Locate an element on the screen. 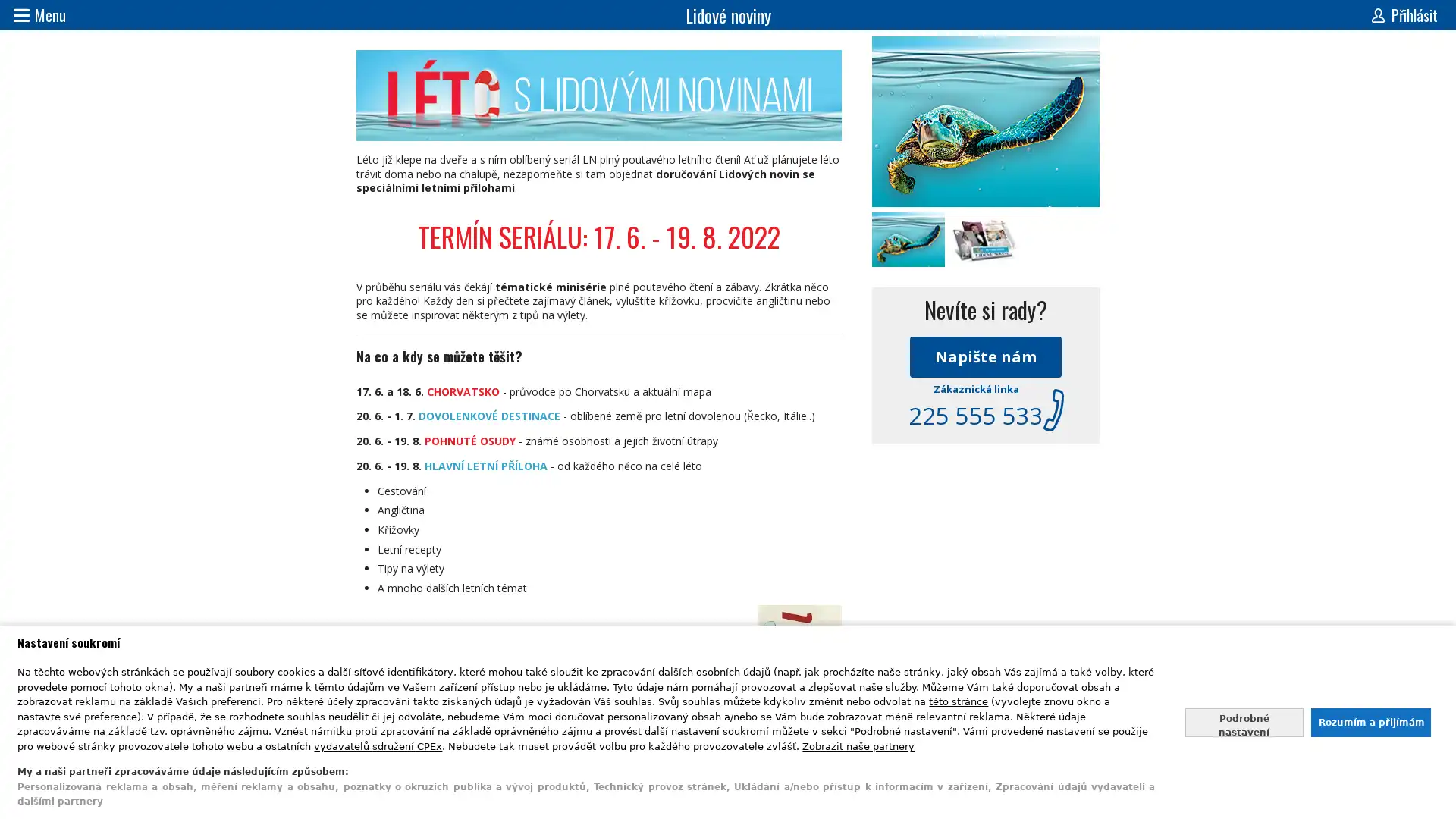  Zobrazit nase partnery is located at coordinates (858, 745).